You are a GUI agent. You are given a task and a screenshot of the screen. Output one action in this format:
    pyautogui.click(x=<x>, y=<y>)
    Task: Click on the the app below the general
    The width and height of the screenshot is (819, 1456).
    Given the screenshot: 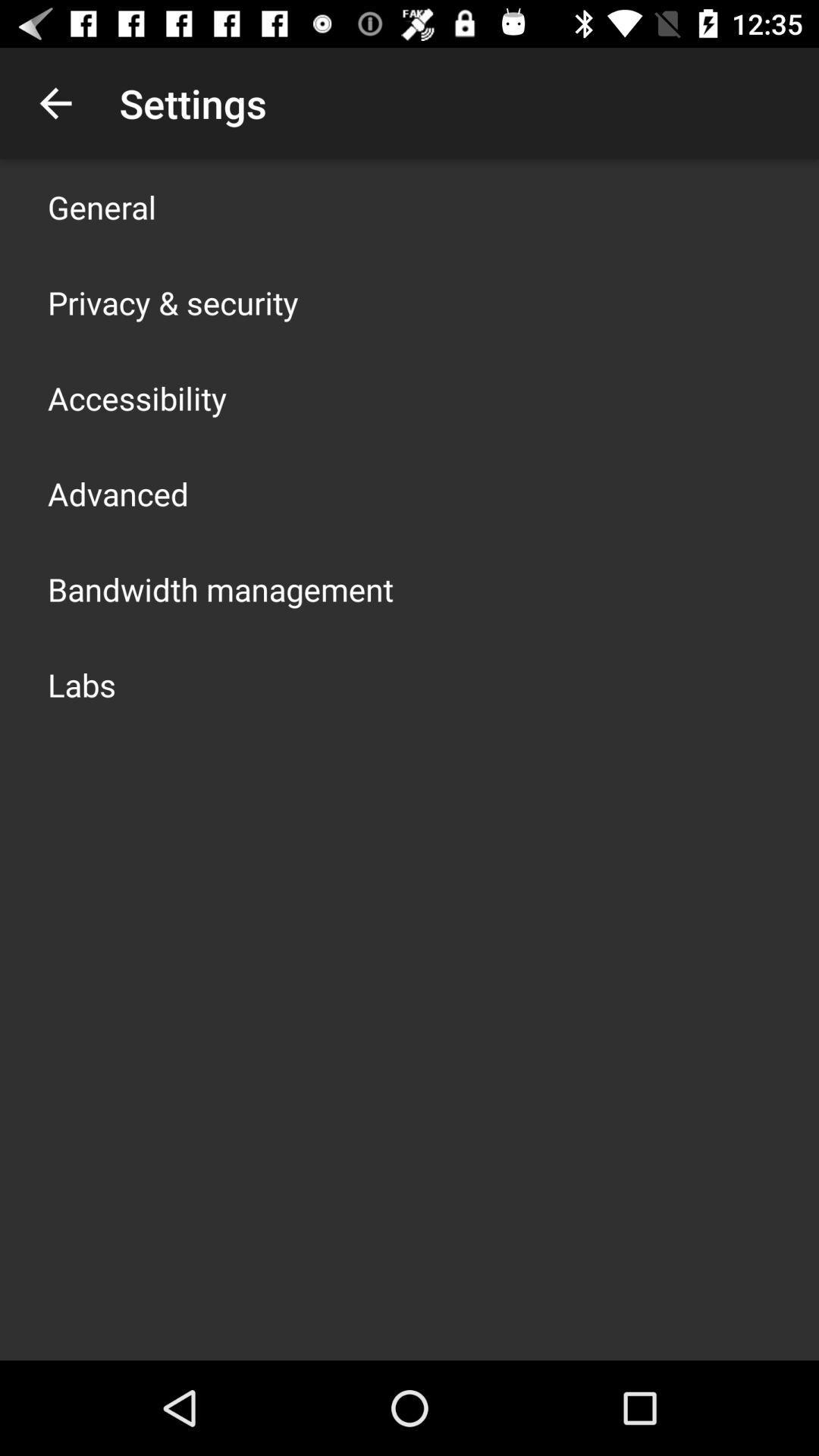 What is the action you would take?
    pyautogui.click(x=172, y=302)
    